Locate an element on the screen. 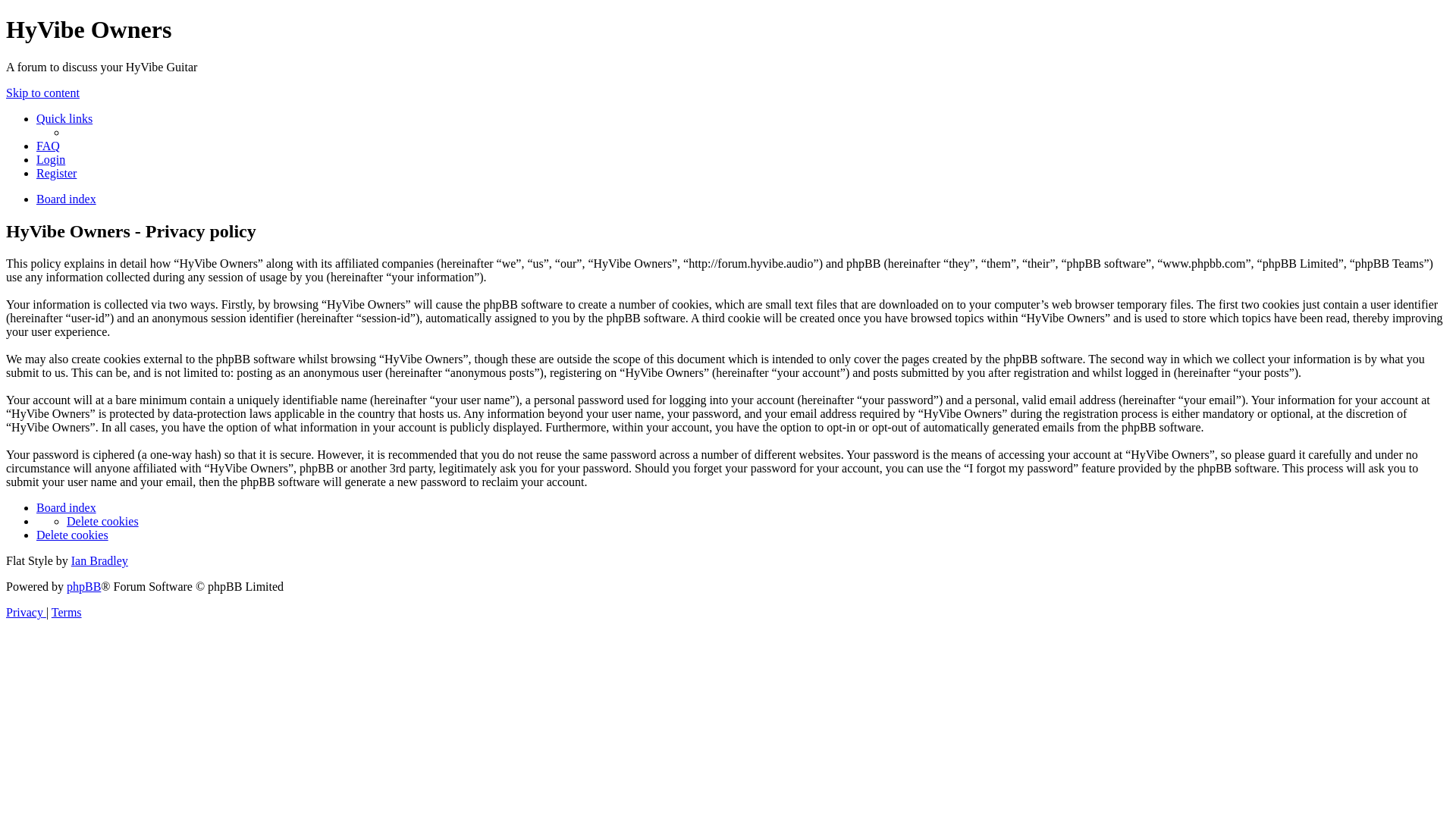 Image resolution: width=1456 pixels, height=819 pixels. 'Ian Bradley' is located at coordinates (99, 560).